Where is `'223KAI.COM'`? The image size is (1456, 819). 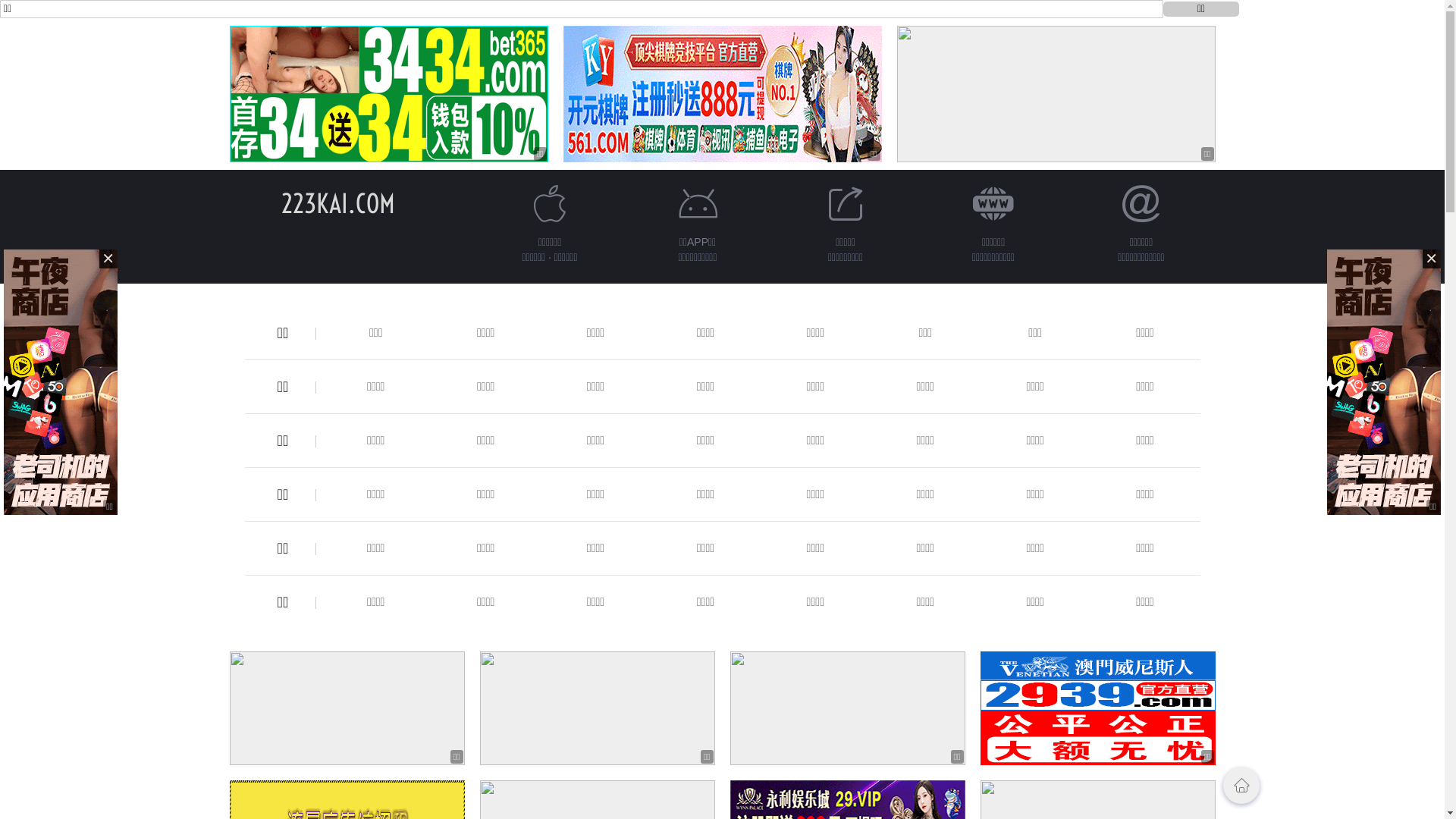 '223KAI.COM' is located at coordinates (280, 202).